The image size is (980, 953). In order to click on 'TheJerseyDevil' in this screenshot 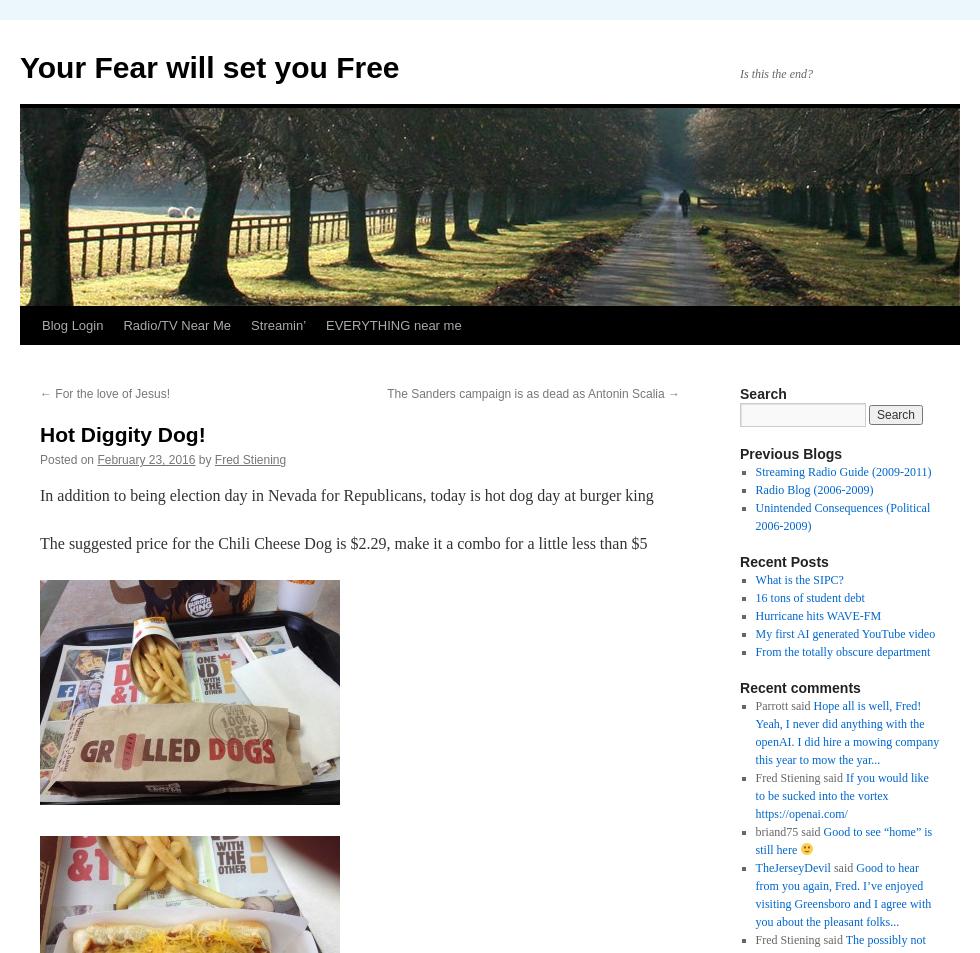, I will do `click(792, 867)`.